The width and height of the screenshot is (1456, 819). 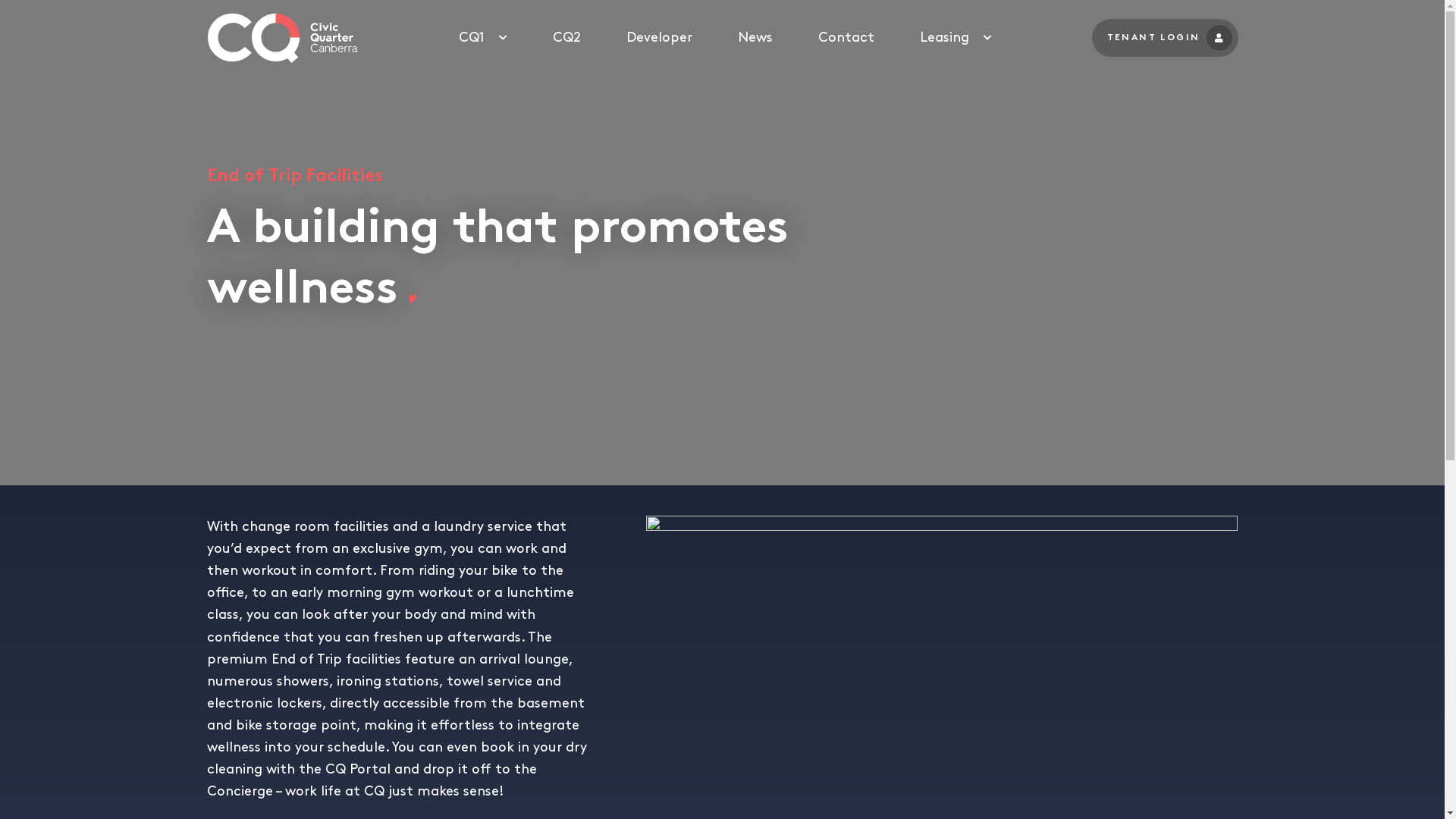 I want to click on 'TENANT LOGIN', so click(x=1164, y=37).